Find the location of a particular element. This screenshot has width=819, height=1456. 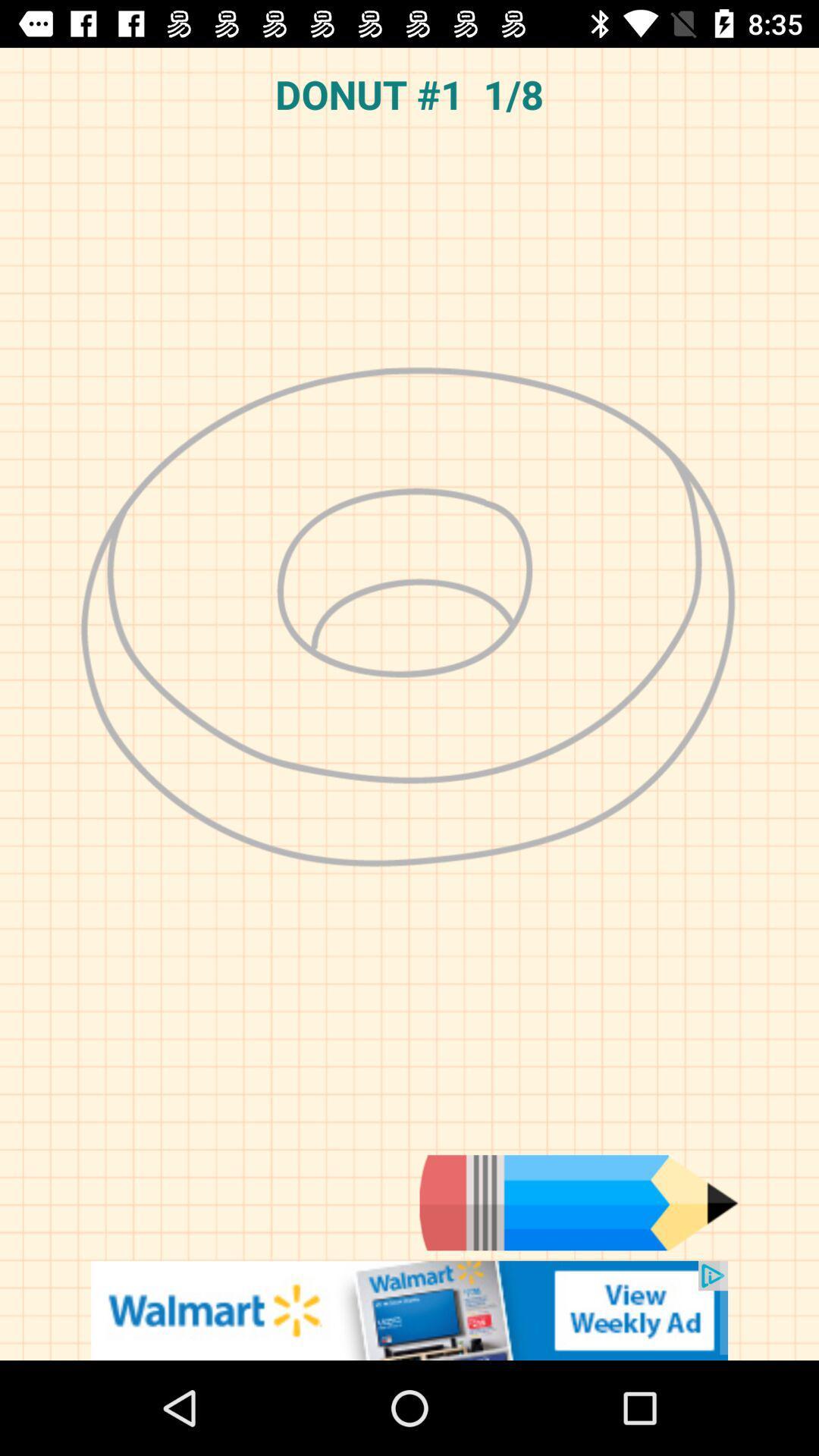

into is located at coordinates (579, 1202).